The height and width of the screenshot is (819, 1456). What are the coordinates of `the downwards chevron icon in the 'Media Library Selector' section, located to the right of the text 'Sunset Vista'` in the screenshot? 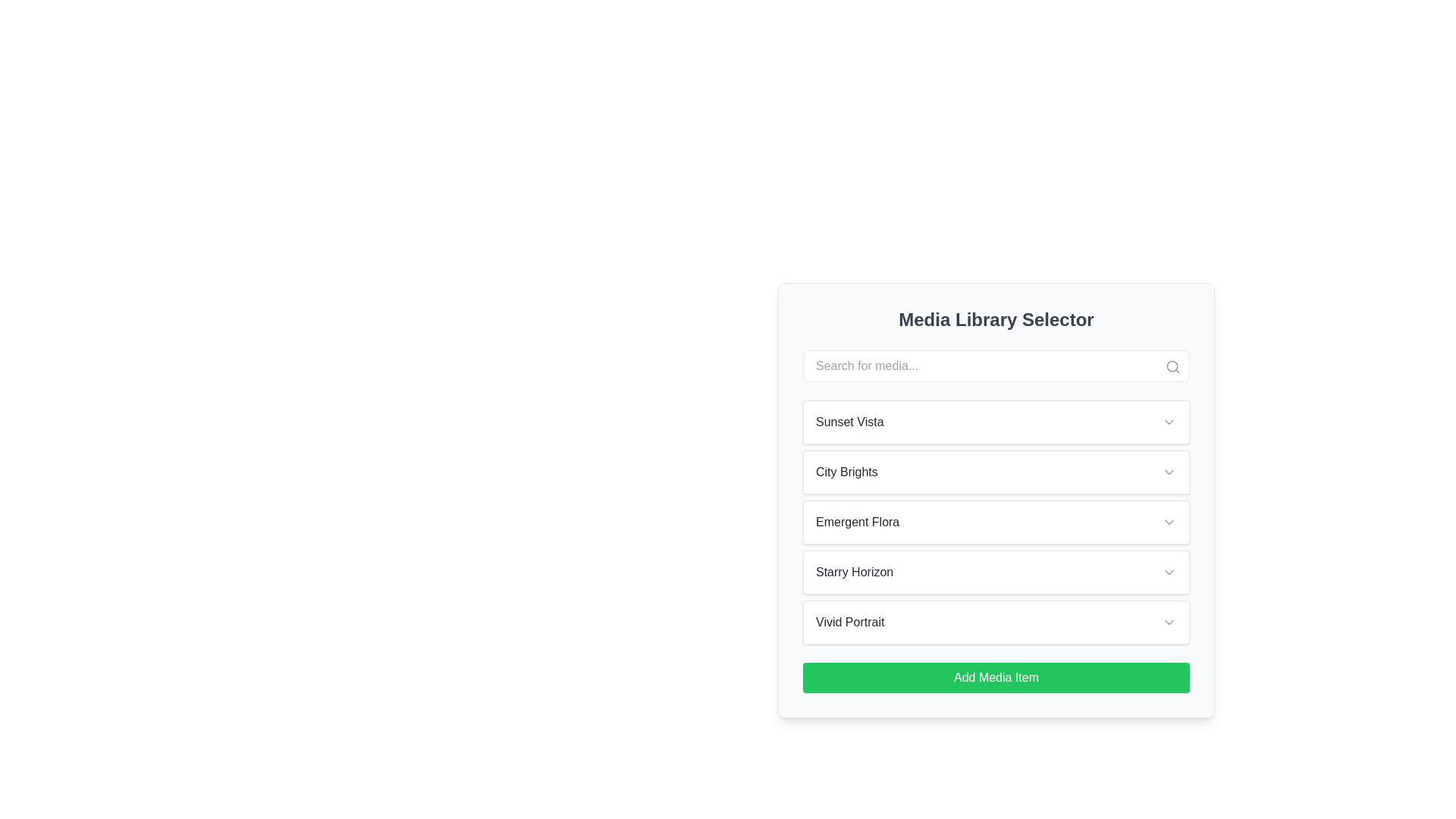 It's located at (1168, 422).